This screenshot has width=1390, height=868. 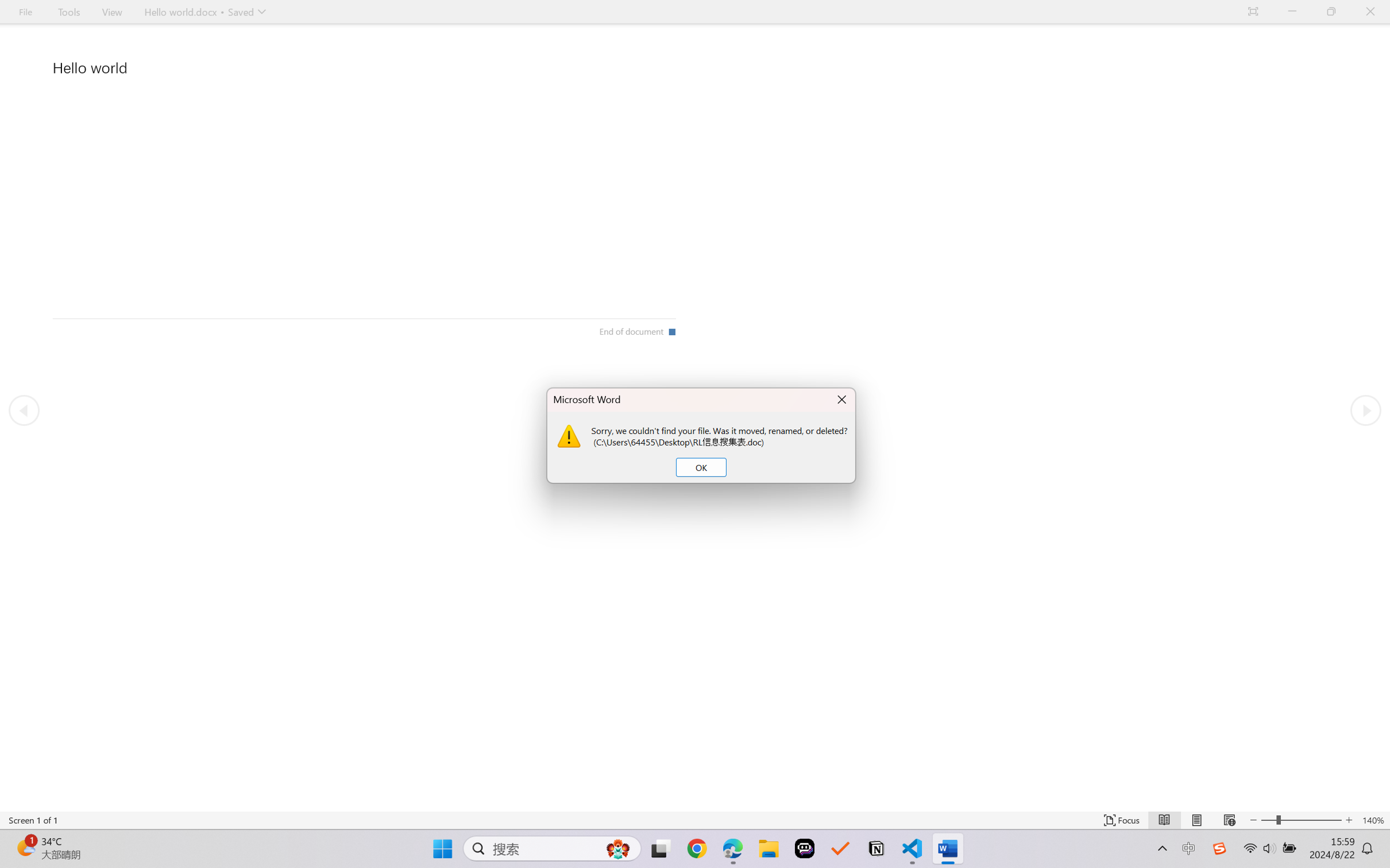 I want to click on 'Print Layout', so click(x=1196, y=820).